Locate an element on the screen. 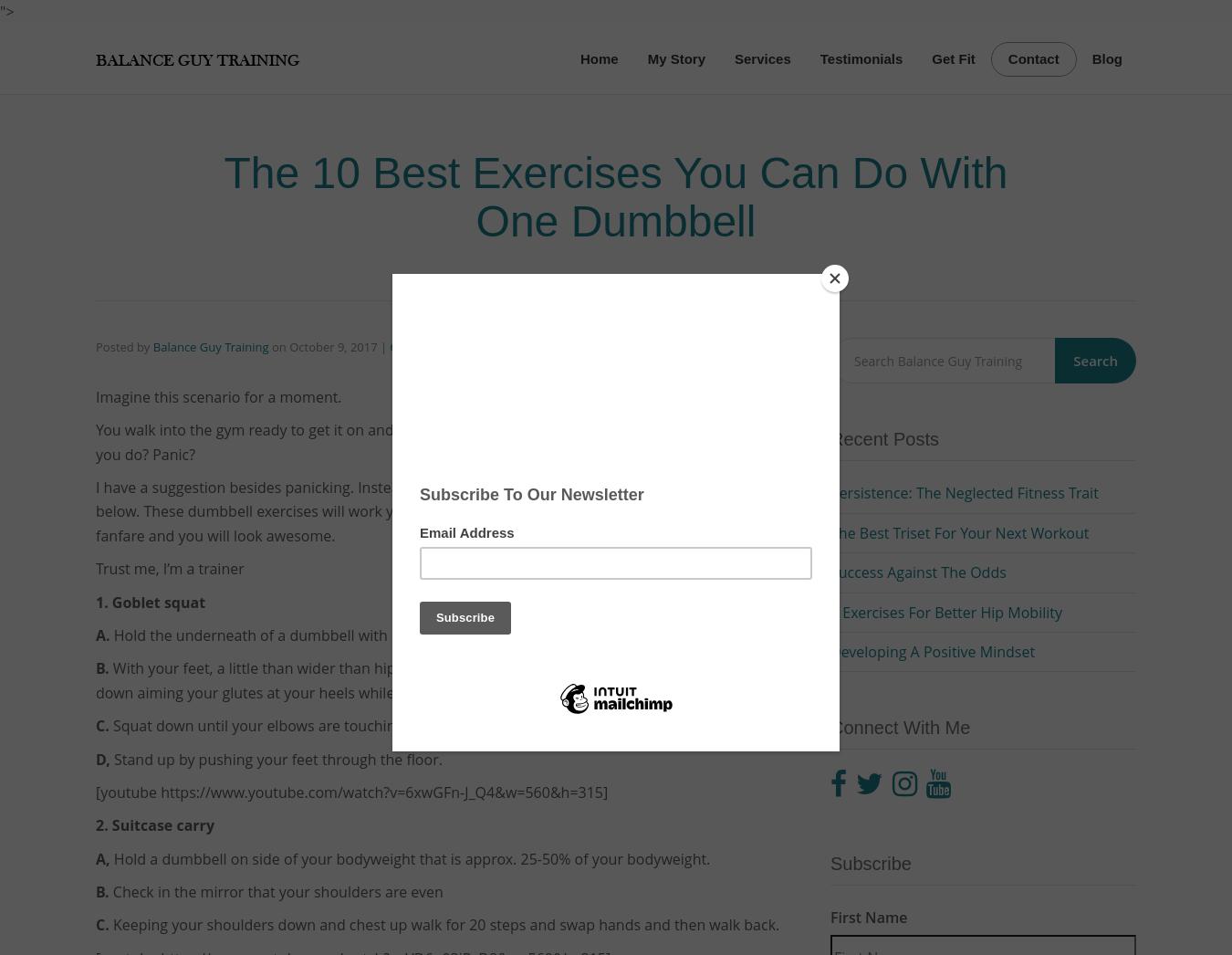 The image size is (1232, 955). 'Keeping your shoulders down and chest up walk for 20 steps and swap hands and then walk back.' is located at coordinates (444, 925).